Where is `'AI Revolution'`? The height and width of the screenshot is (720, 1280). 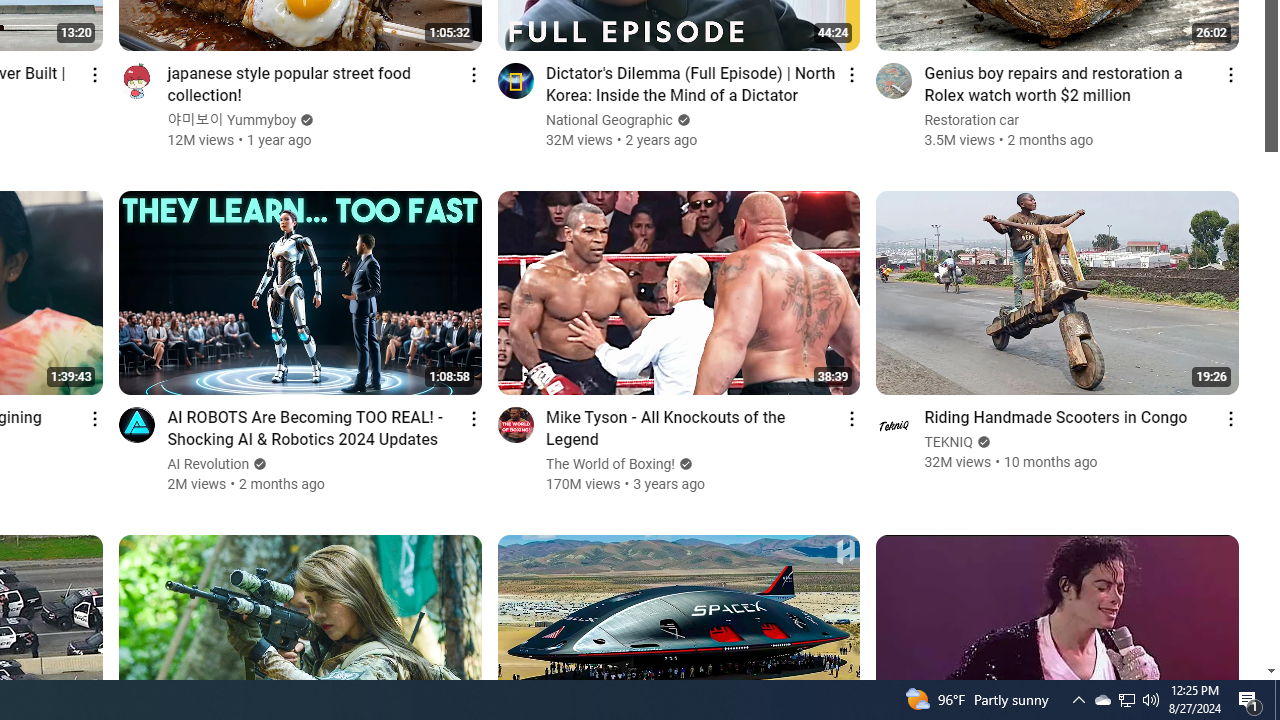 'AI Revolution' is located at coordinates (208, 464).